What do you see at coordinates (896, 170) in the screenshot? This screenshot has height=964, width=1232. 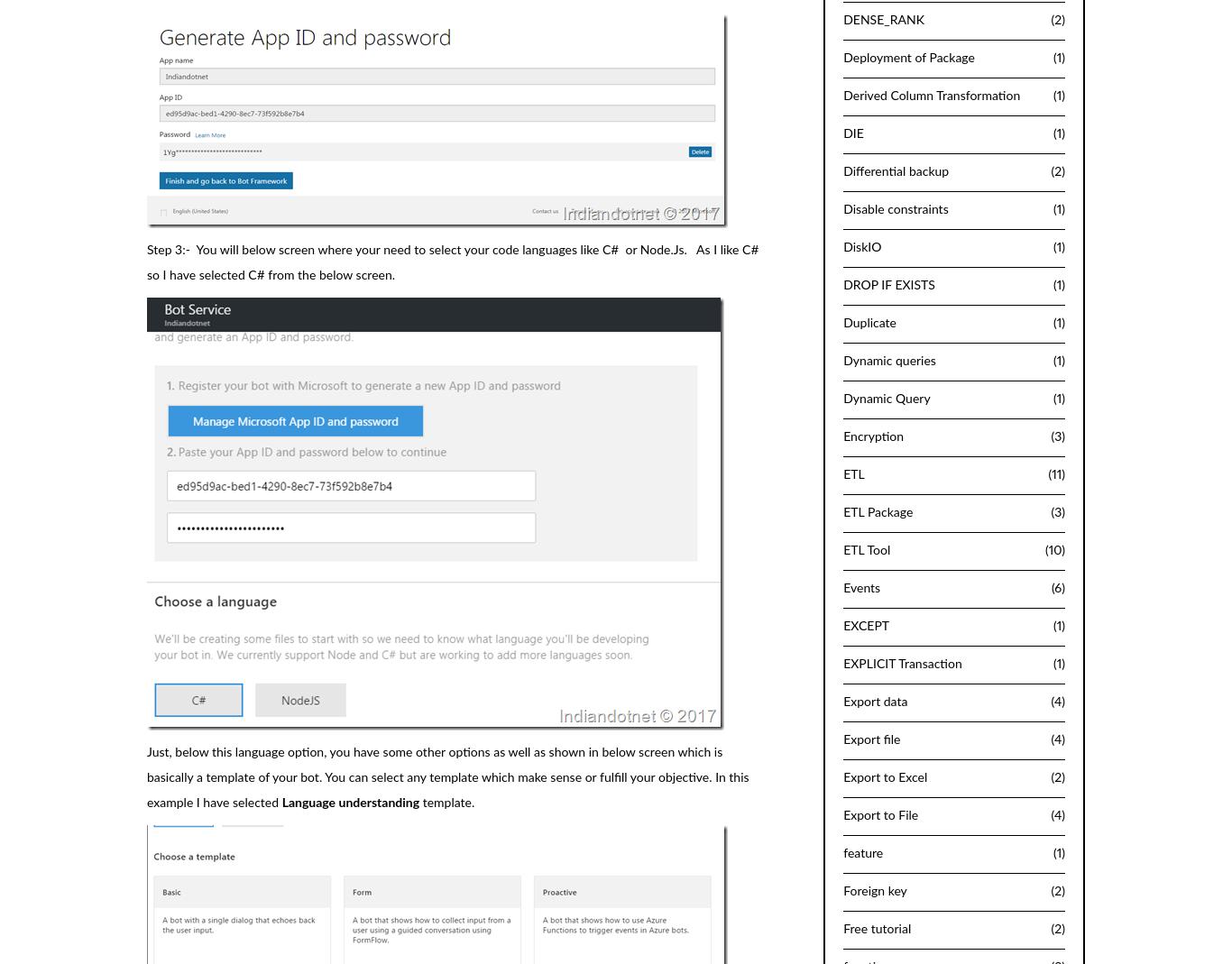 I see `'Differential backup'` at bounding box center [896, 170].